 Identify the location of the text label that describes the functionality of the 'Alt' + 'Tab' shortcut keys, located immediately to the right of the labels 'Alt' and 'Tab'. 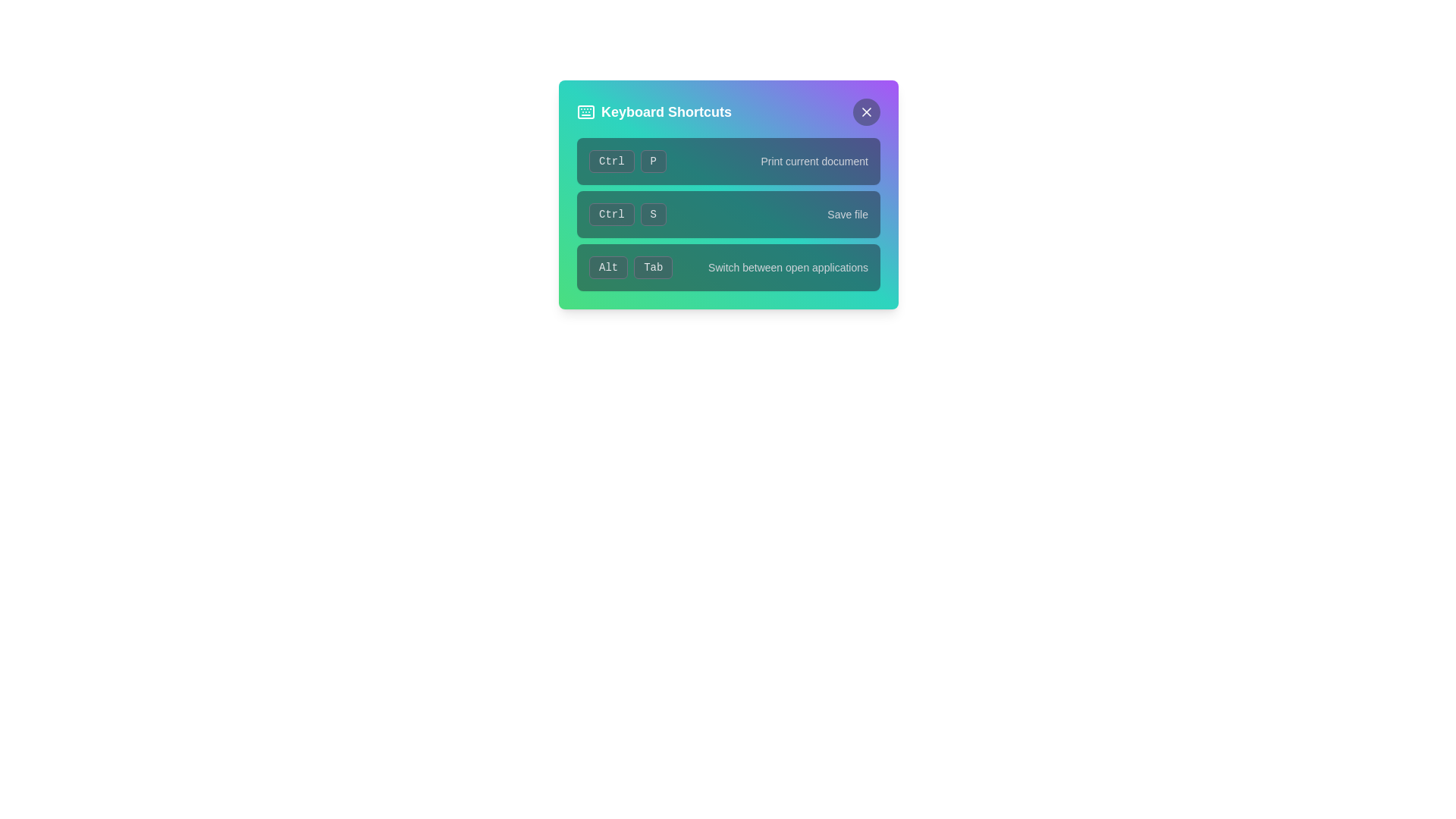
(788, 267).